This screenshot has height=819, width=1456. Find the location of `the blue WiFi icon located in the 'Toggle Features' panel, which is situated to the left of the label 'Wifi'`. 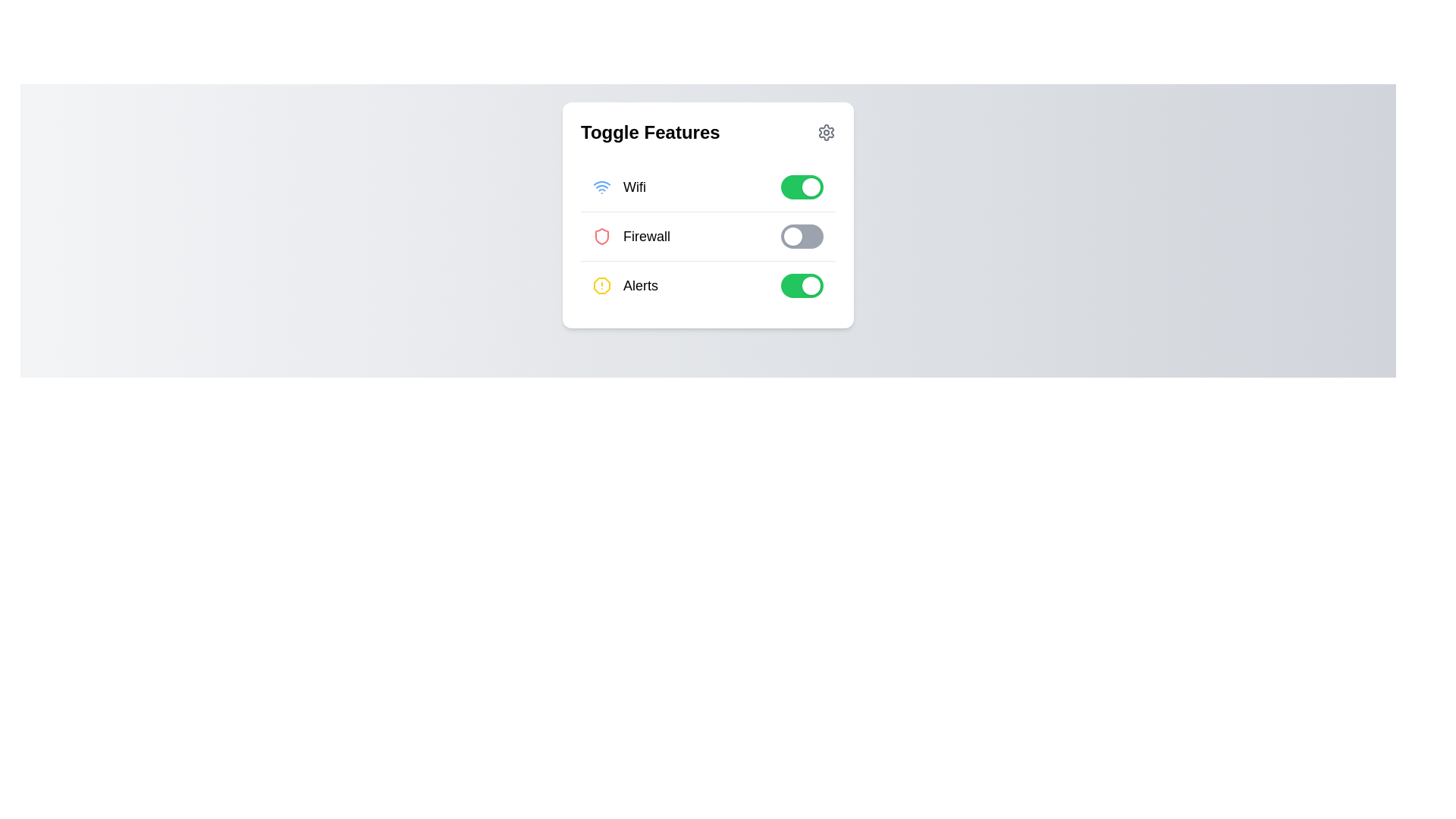

the blue WiFi icon located in the 'Toggle Features' panel, which is situated to the left of the label 'Wifi' is located at coordinates (601, 186).